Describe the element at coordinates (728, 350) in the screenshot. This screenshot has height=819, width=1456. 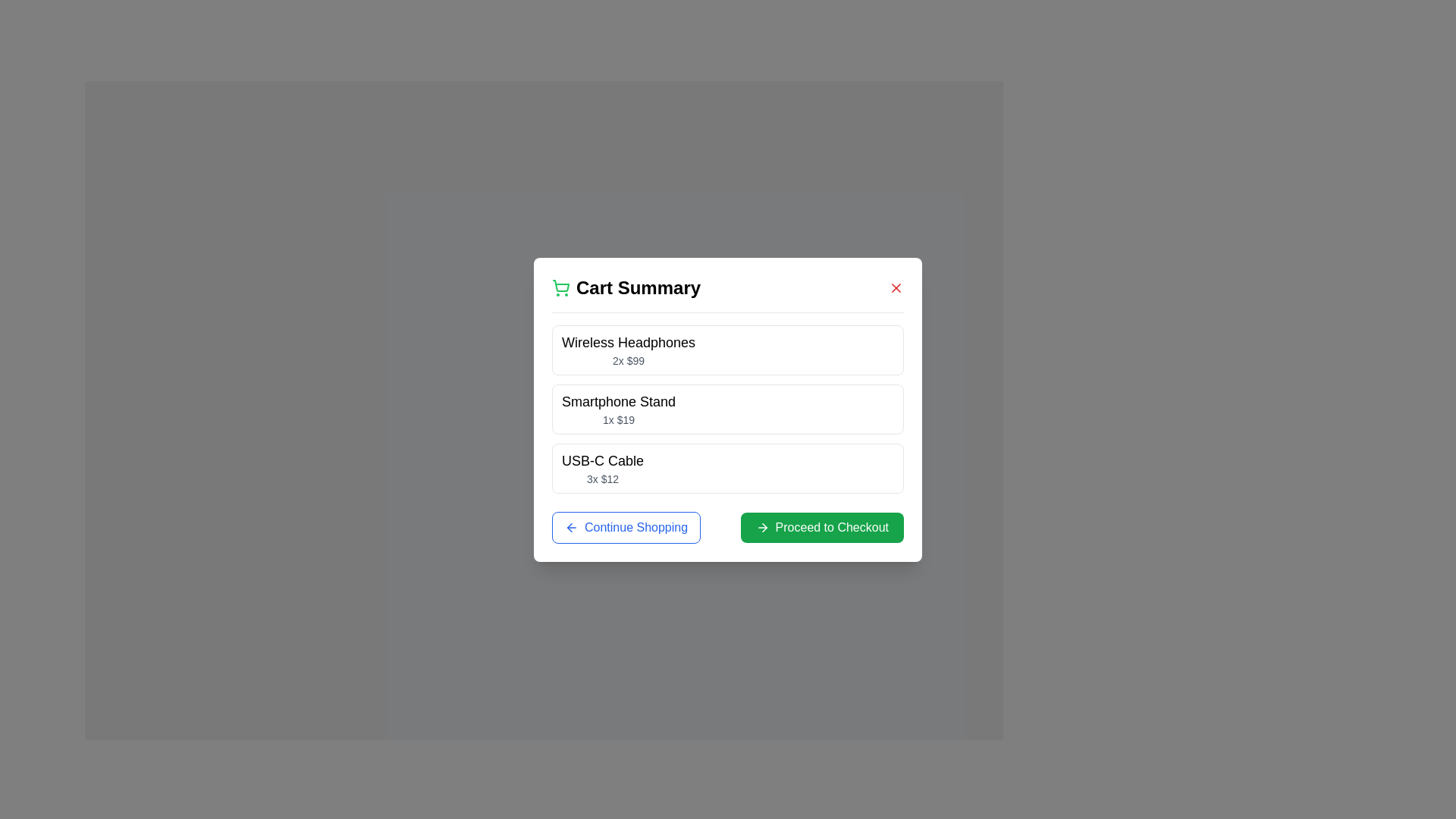
I see `the first item in the 'Cart Summary' section that displays product details, including product name, quantity, and total price` at that location.